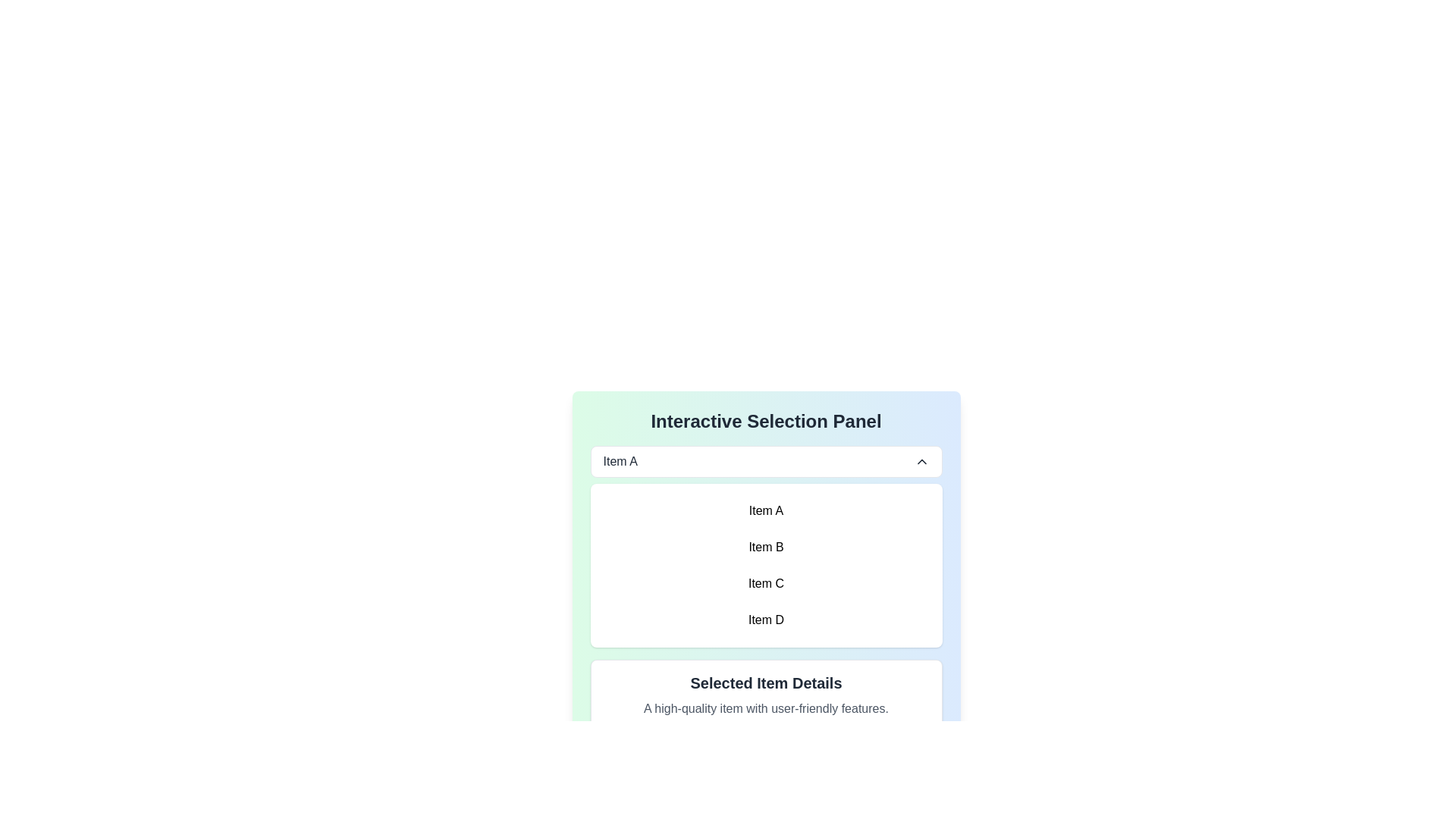  I want to click on the rectangular text block labeled 'Item D', so click(766, 620).